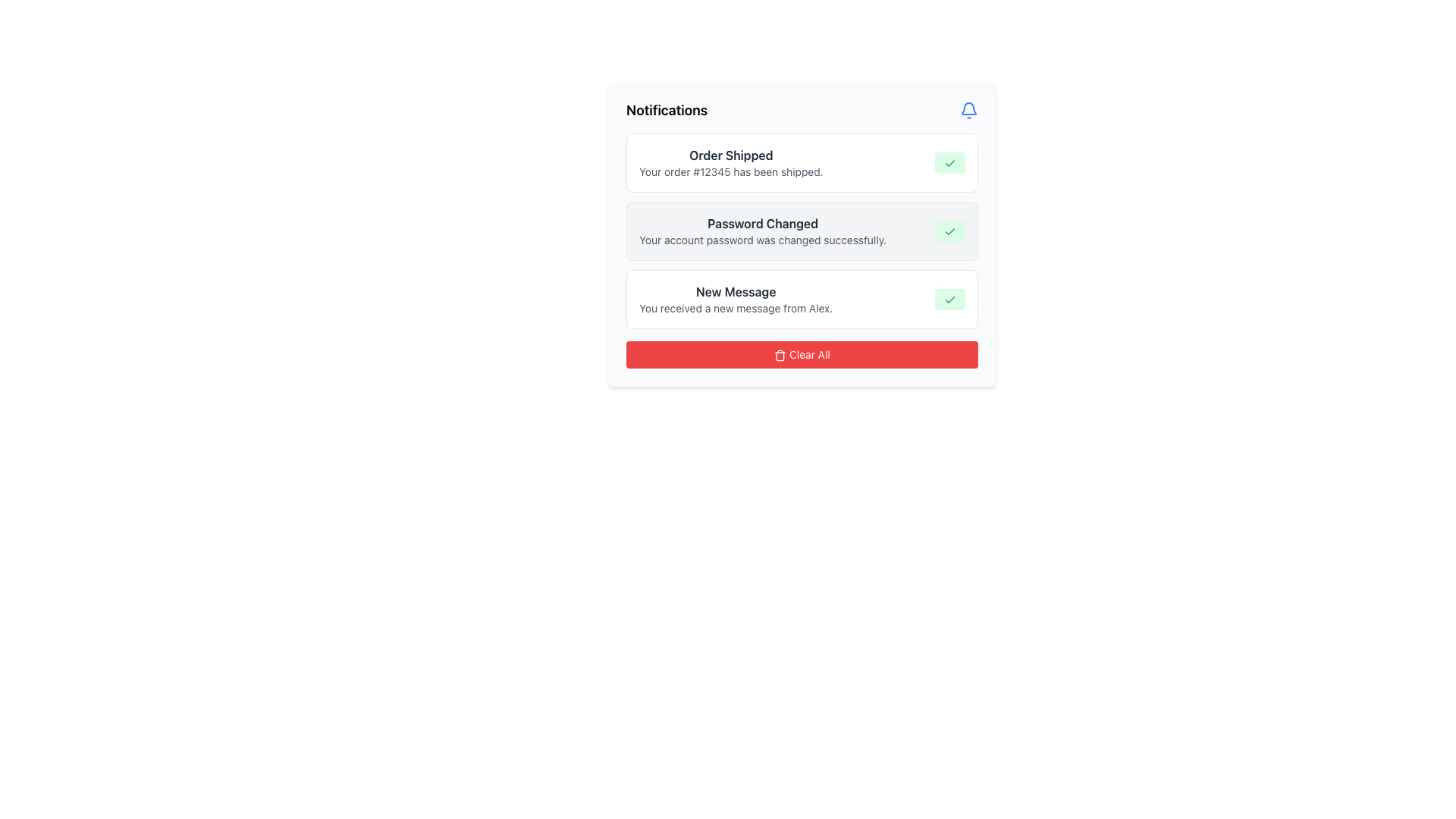 The image size is (1456, 819). What do you see at coordinates (736, 299) in the screenshot?
I see `the notification text element that displays a message from 'Alex' stating 'New Message', which is the third item in a vertical list of notifications` at bounding box center [736, 299].